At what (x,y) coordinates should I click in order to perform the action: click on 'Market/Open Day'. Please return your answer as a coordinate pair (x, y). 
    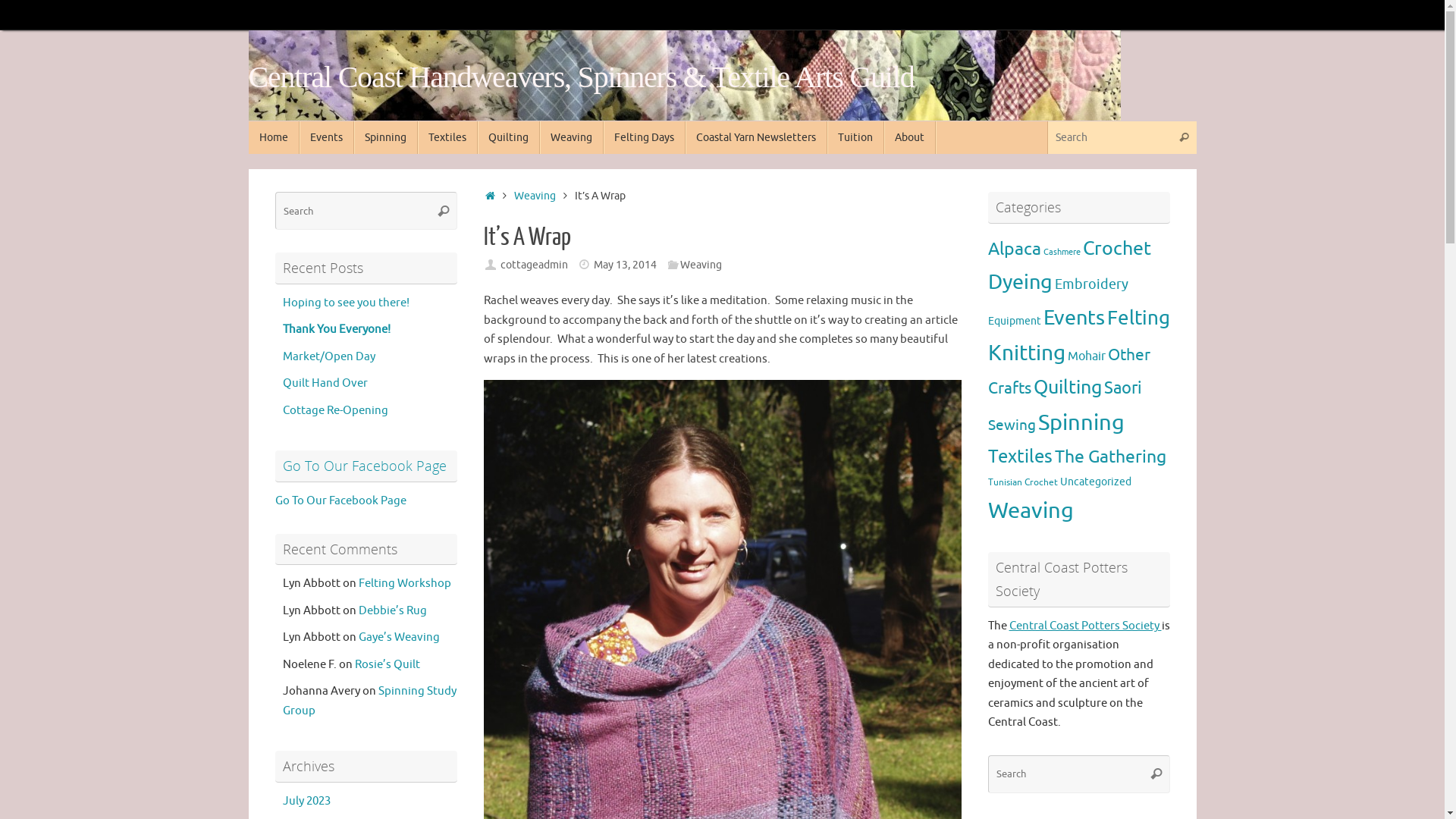
    Looking at the image, I should click on (282, 356).